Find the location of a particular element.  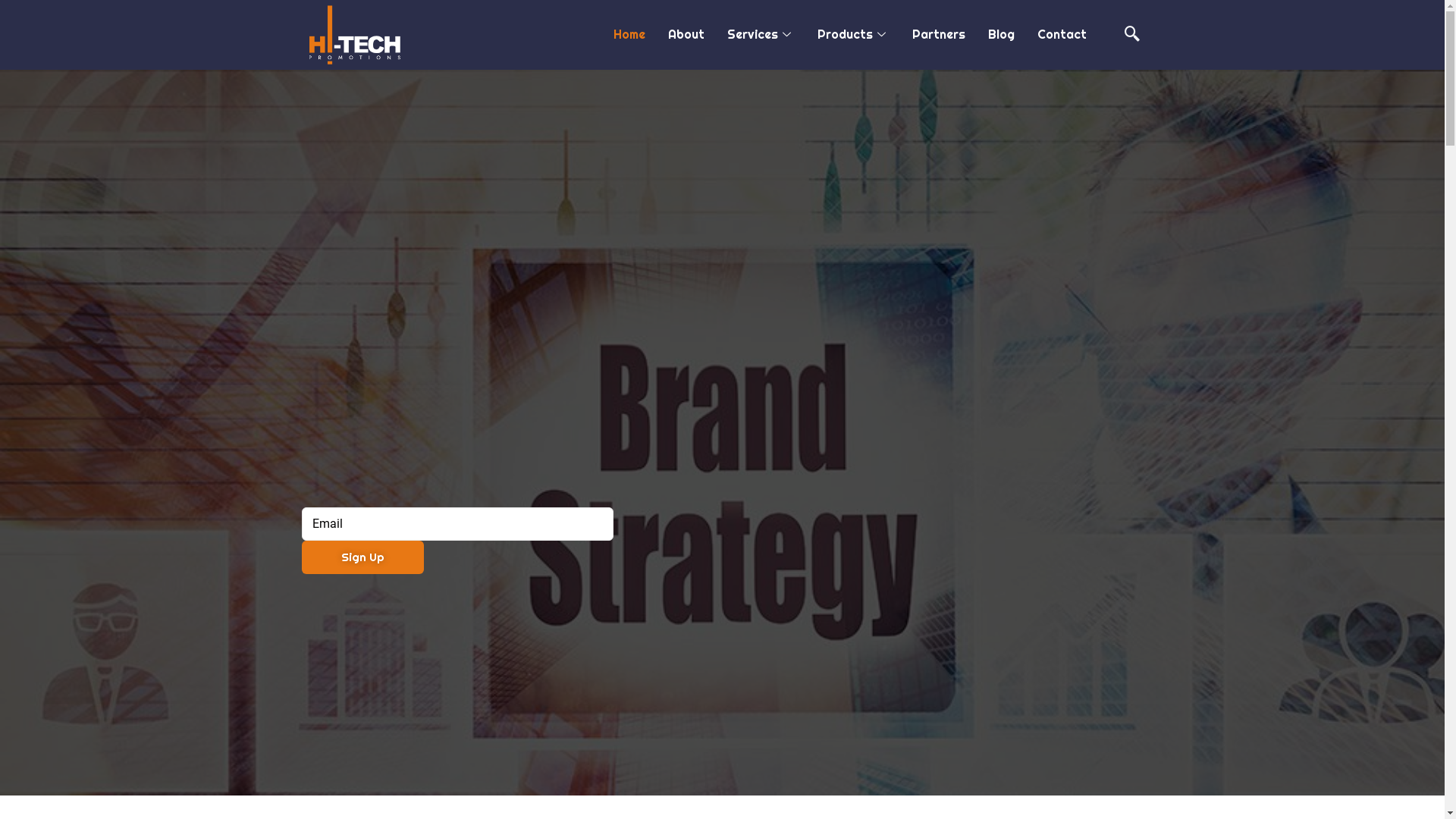

'Home' is located at coordinates (629, 34).